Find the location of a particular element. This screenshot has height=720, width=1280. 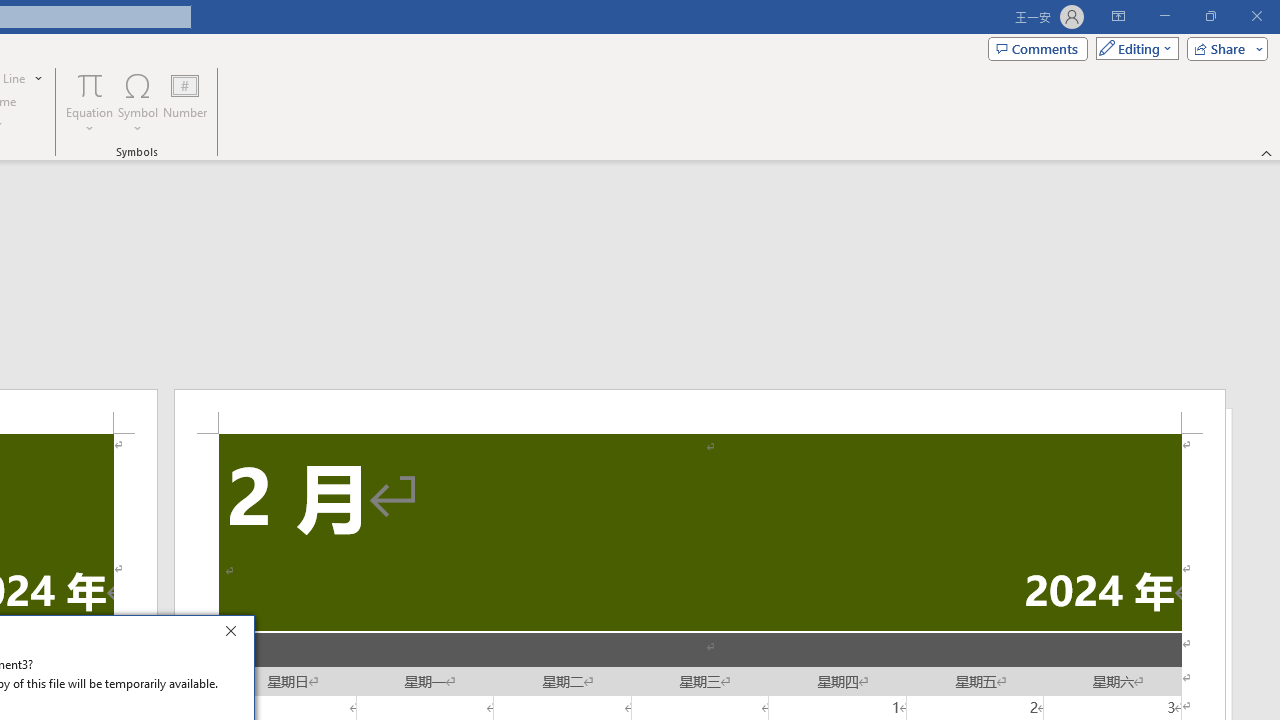

'Number...' is located at coordinates (185, 103).